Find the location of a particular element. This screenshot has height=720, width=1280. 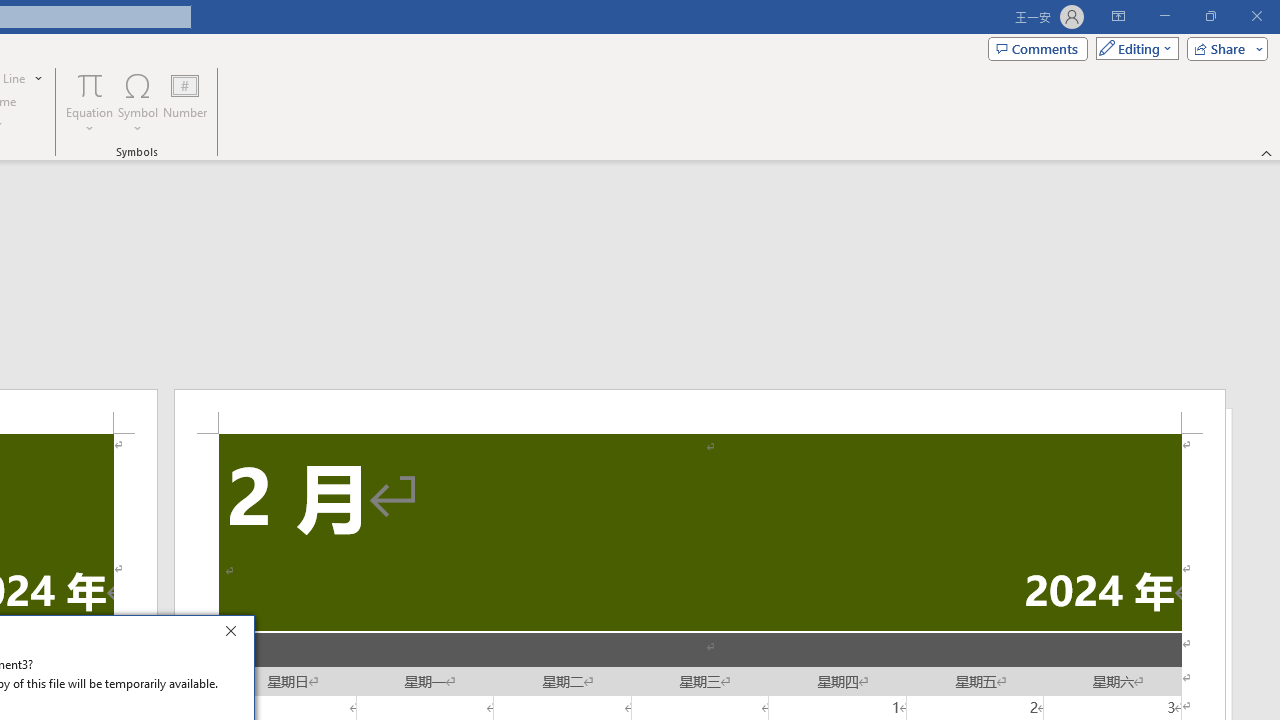

'Number...' is located at coordinates (185, 103).